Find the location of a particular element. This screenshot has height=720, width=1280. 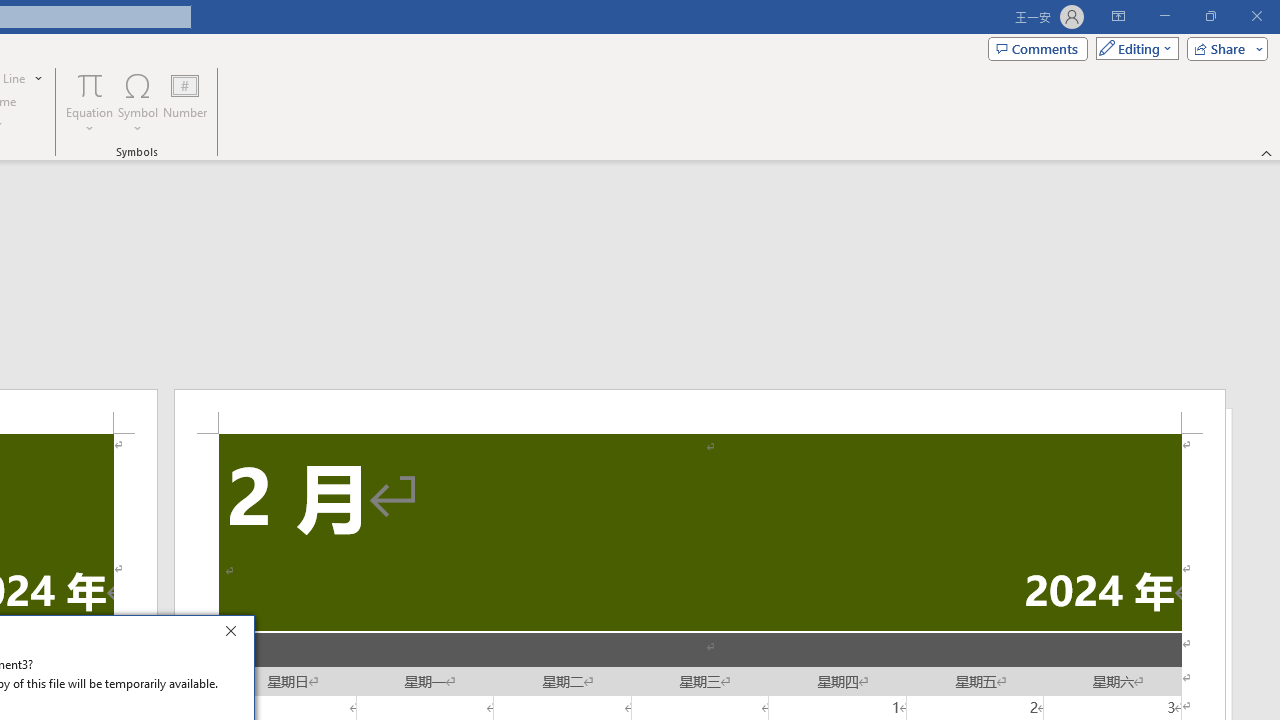

'Number...' is located at coordinates (185, 103).